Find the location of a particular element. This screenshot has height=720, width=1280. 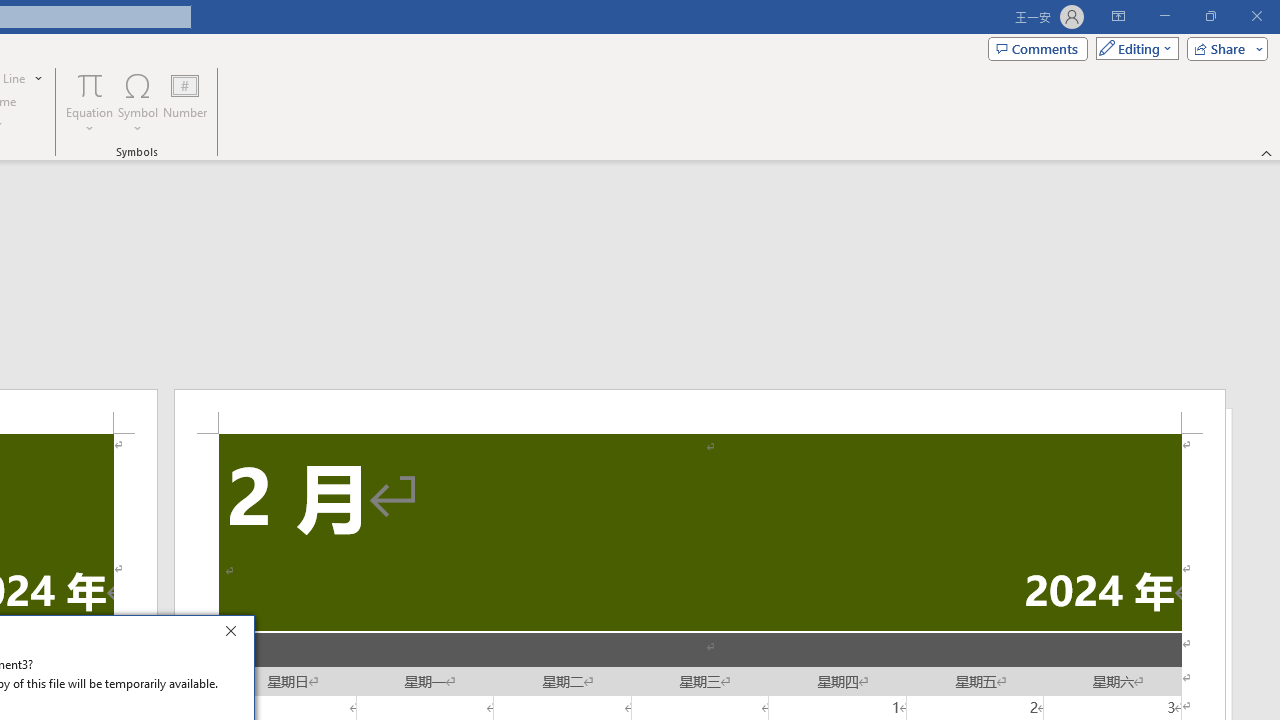

'Number...' is located at coordinates (185, 103).